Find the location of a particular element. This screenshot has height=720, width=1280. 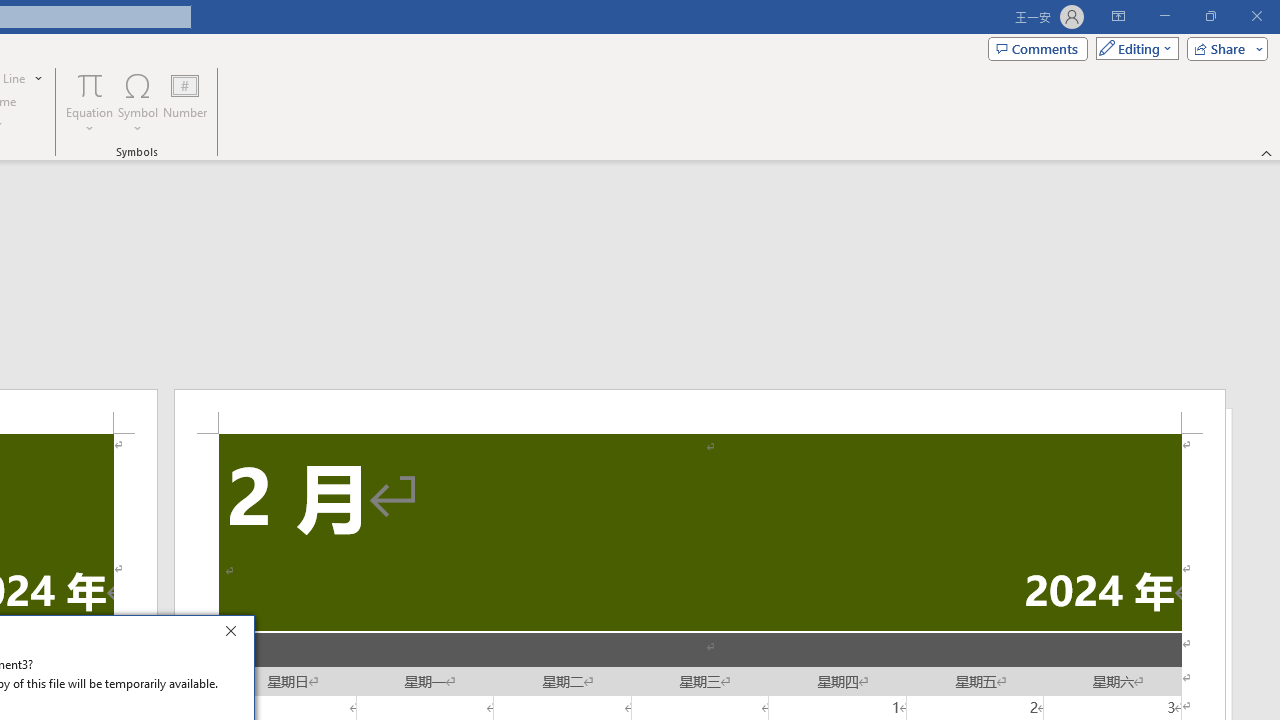

'Number...' is located at coordinates (185, 103).